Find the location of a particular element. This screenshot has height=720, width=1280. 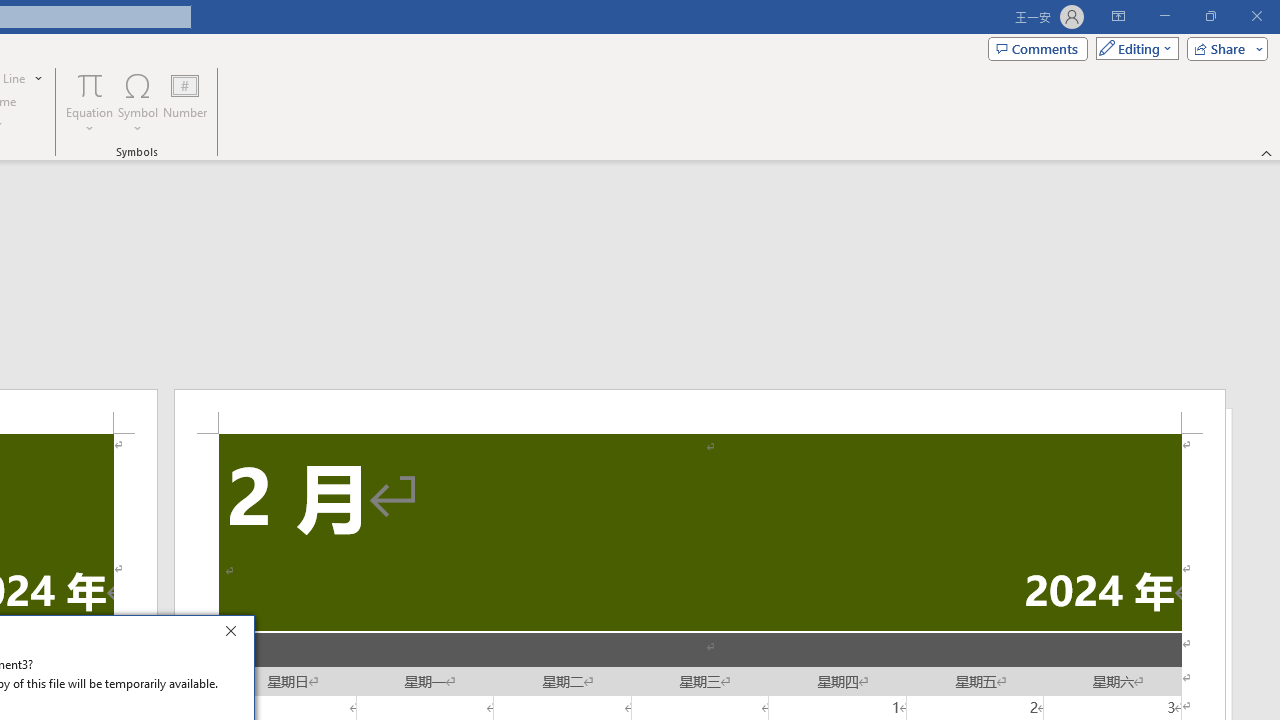

'Number...' is located at coordinates (185, 103).